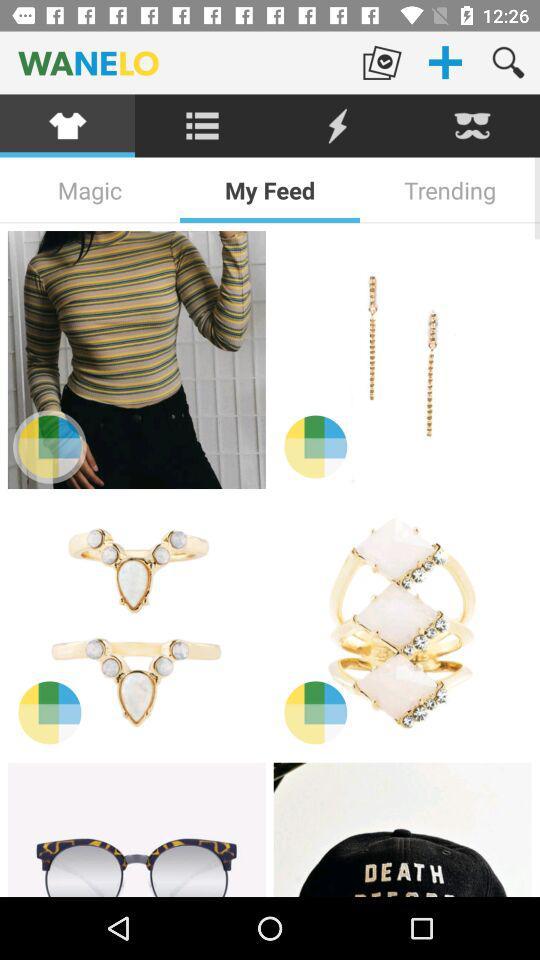  Describe the element at coordinates (135, 360) in the screenshot. I see `clickable picture of style` at that location.